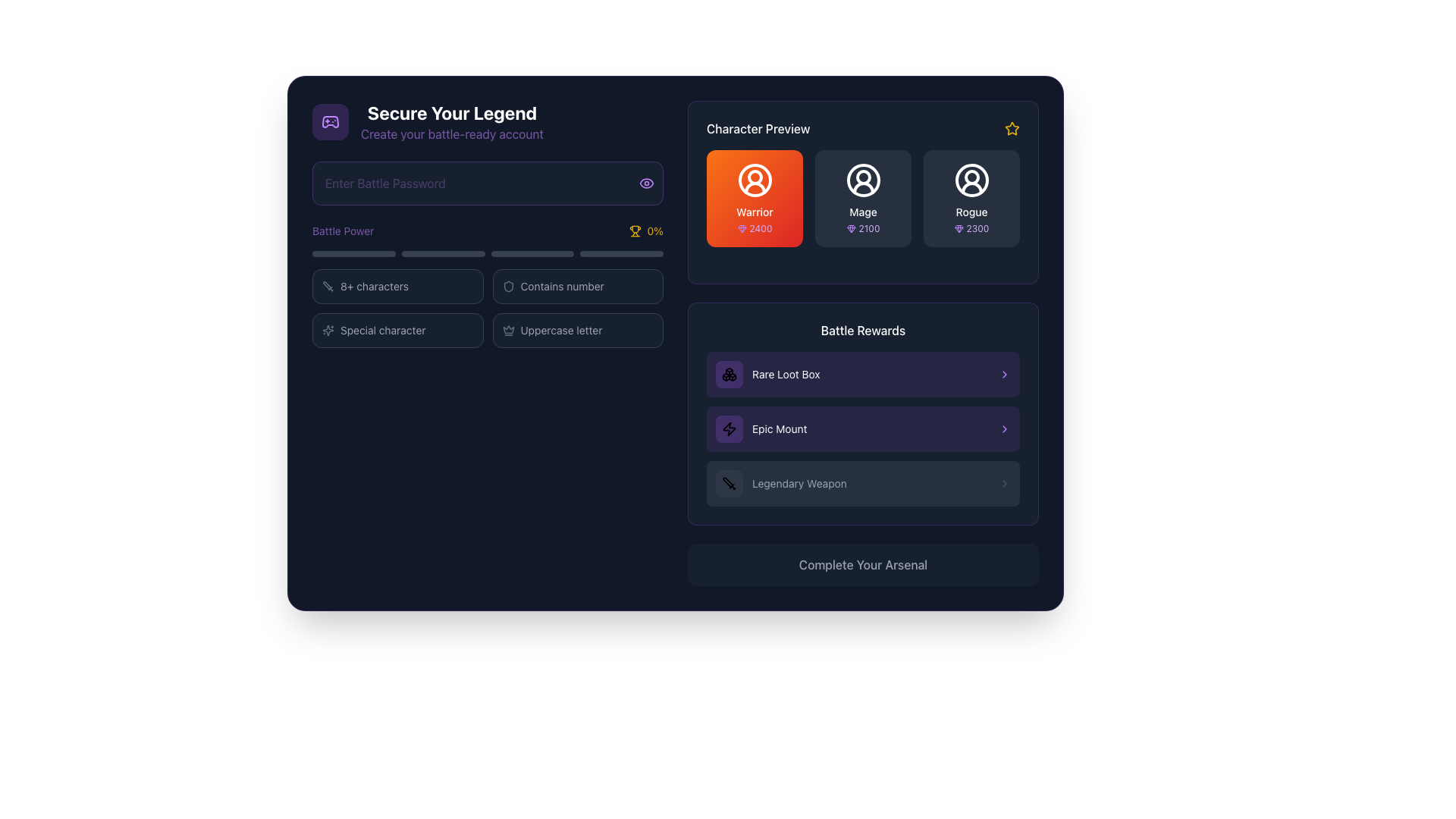 The width and height of the screenshot is (1456, 819). I want to click on the informational item labeled 'Uppercase letter' with a crown icon, located in the password criteria section under 'Battle Power', so click(577, 329).